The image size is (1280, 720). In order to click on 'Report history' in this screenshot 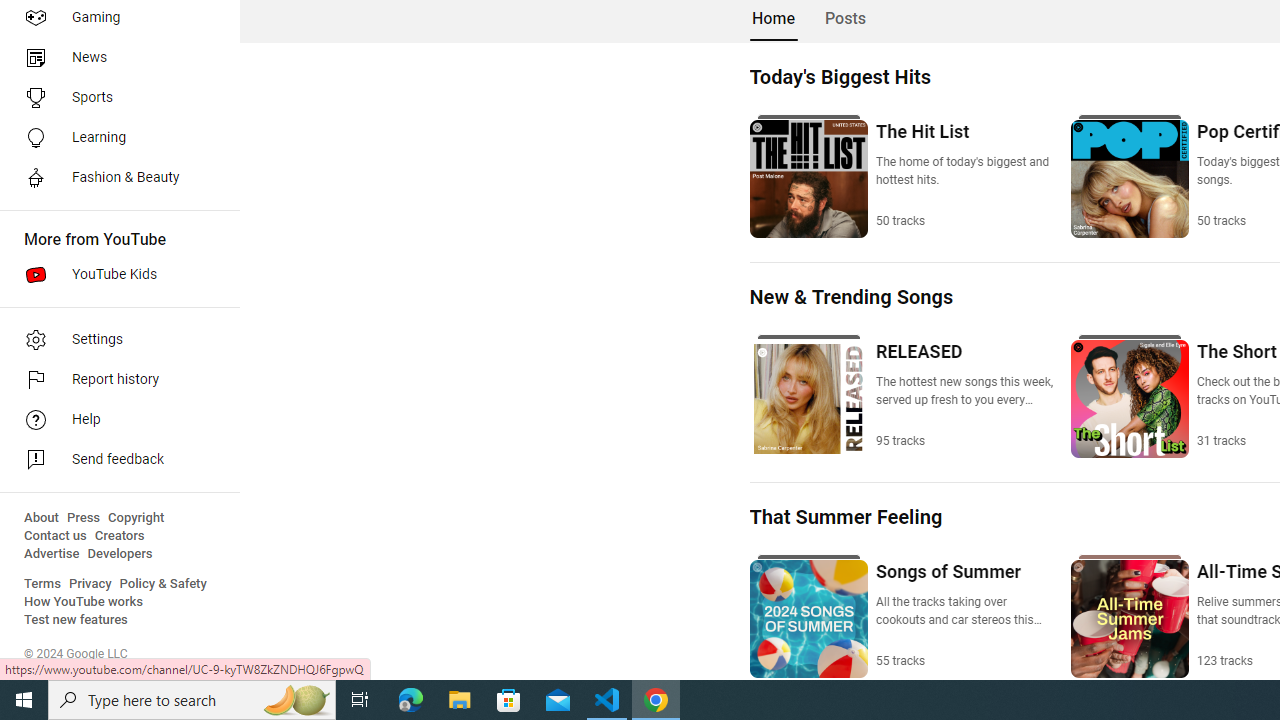, I will do `click(112, 380)`.